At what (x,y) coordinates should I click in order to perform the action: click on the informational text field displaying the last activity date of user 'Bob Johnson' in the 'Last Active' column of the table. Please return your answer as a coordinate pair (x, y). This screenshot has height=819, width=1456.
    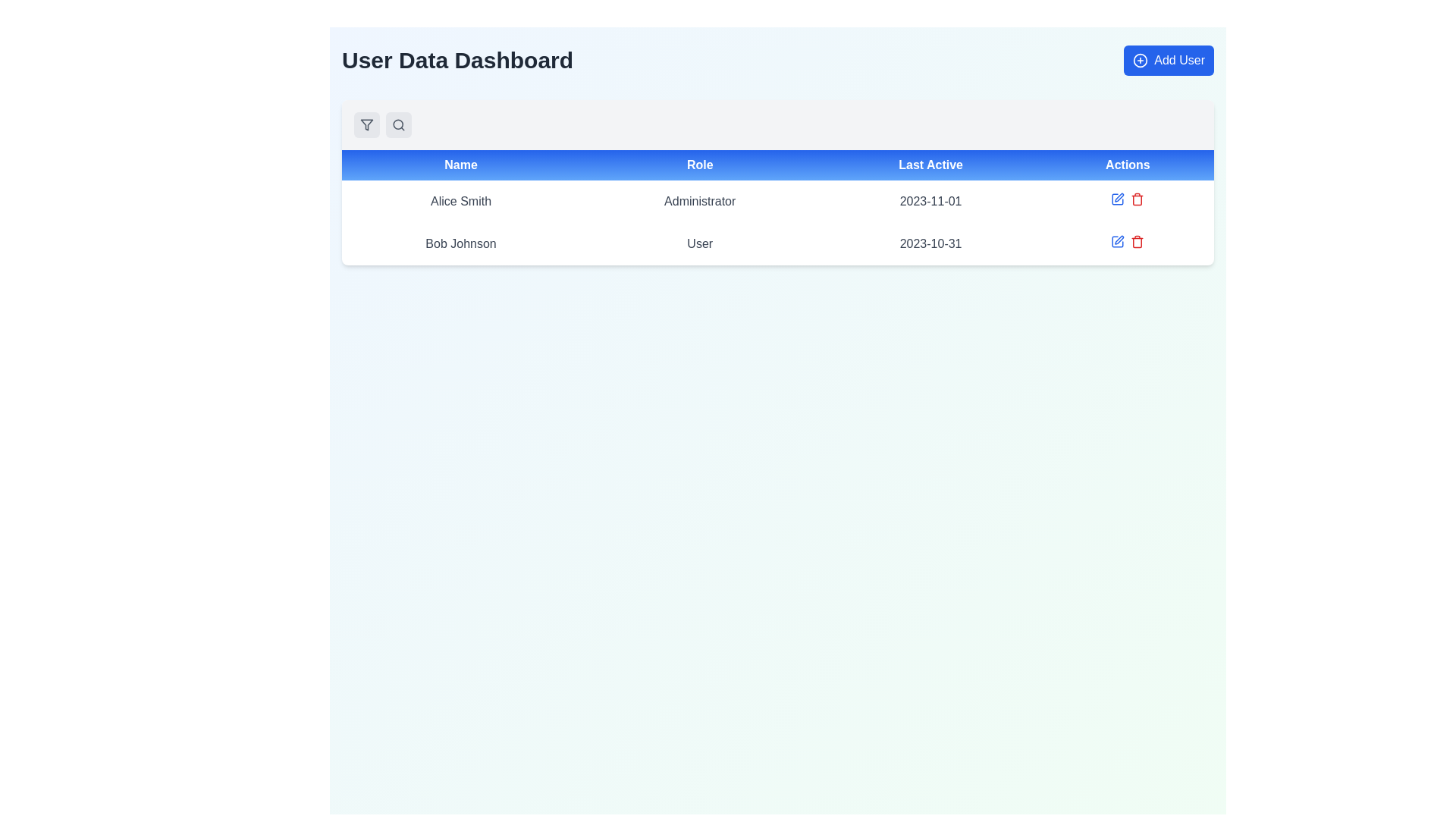
    Looking at the image, I should click on (930, 243).